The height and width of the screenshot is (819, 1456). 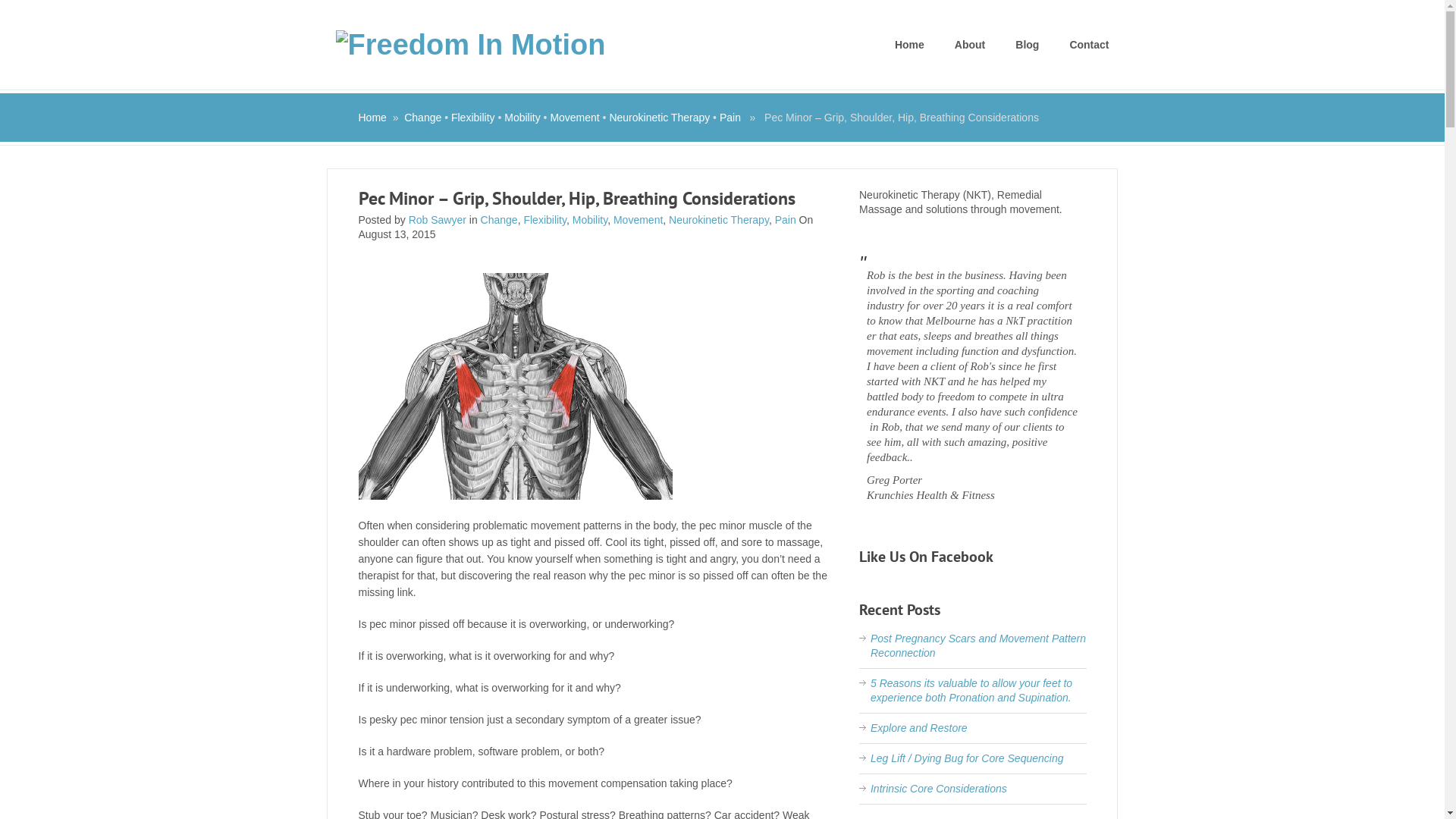 What do you see at coordinates (403, 116) in the screenshot?
I see `'Change'` at bounding box center [403, 116].